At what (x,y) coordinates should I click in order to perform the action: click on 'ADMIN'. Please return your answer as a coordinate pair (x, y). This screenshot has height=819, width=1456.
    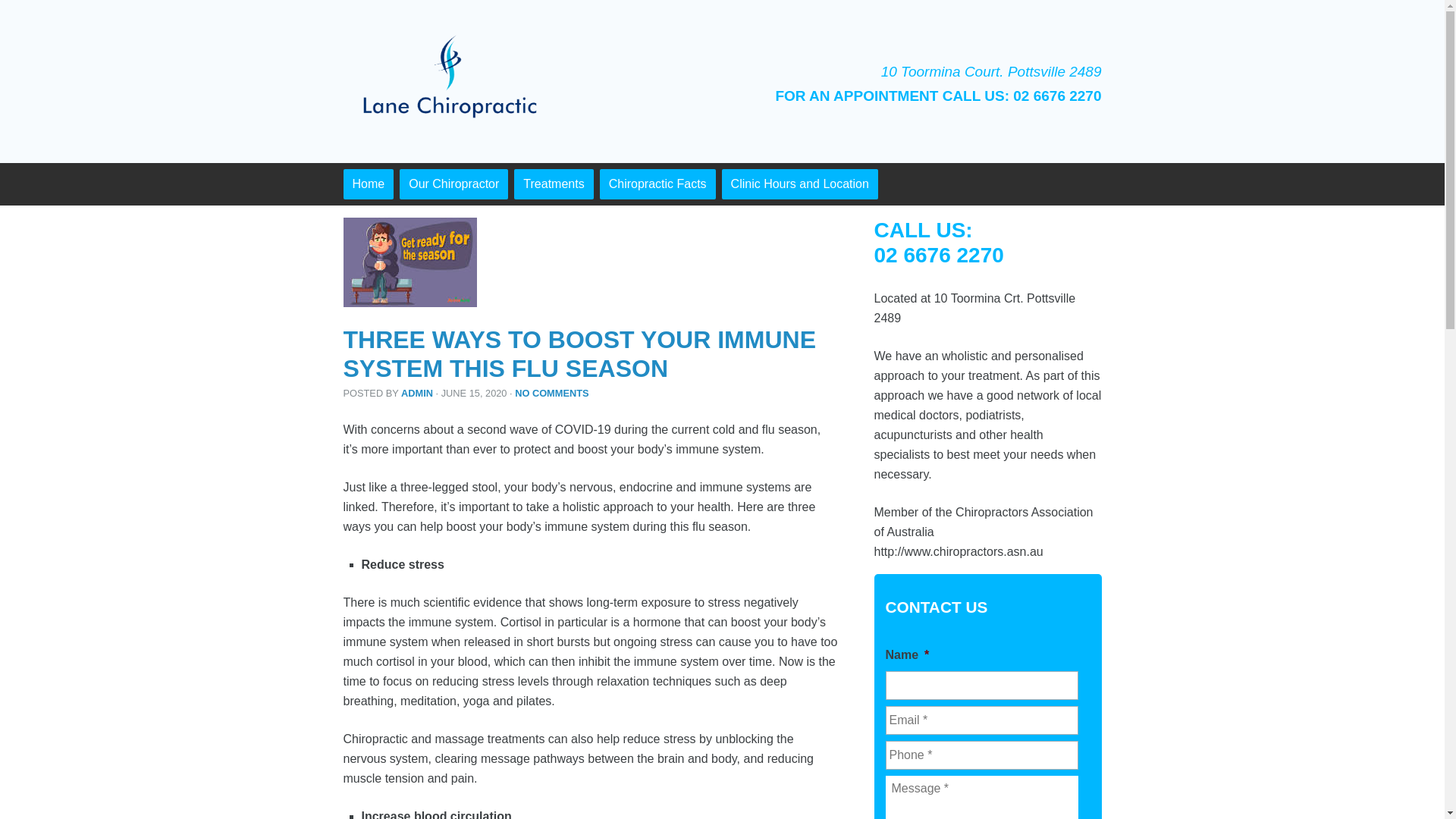
    Looking at the image, I should click on (417, 392).